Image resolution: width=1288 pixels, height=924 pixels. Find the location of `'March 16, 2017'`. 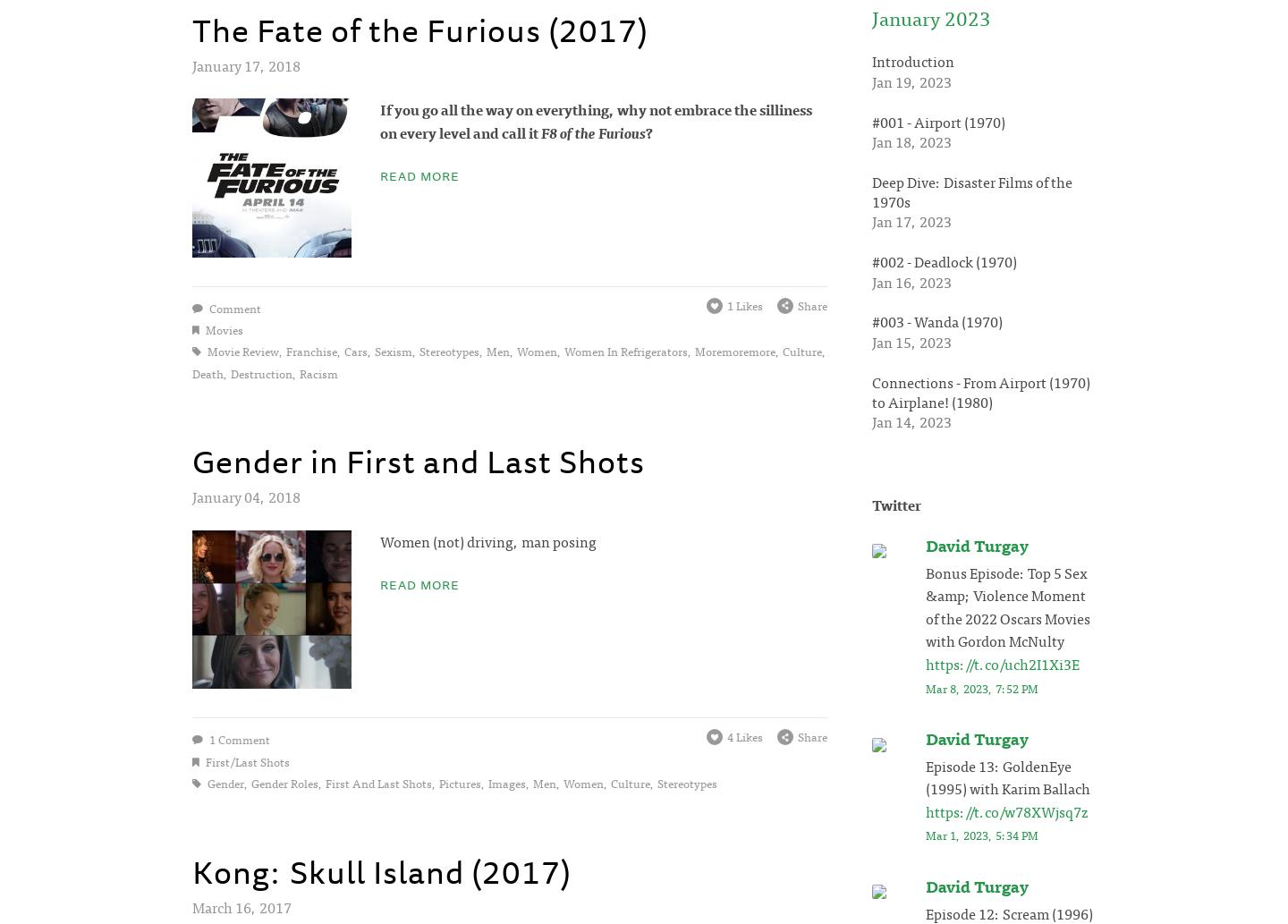

'March 16, 2017' is located at coordinates (241, 905).